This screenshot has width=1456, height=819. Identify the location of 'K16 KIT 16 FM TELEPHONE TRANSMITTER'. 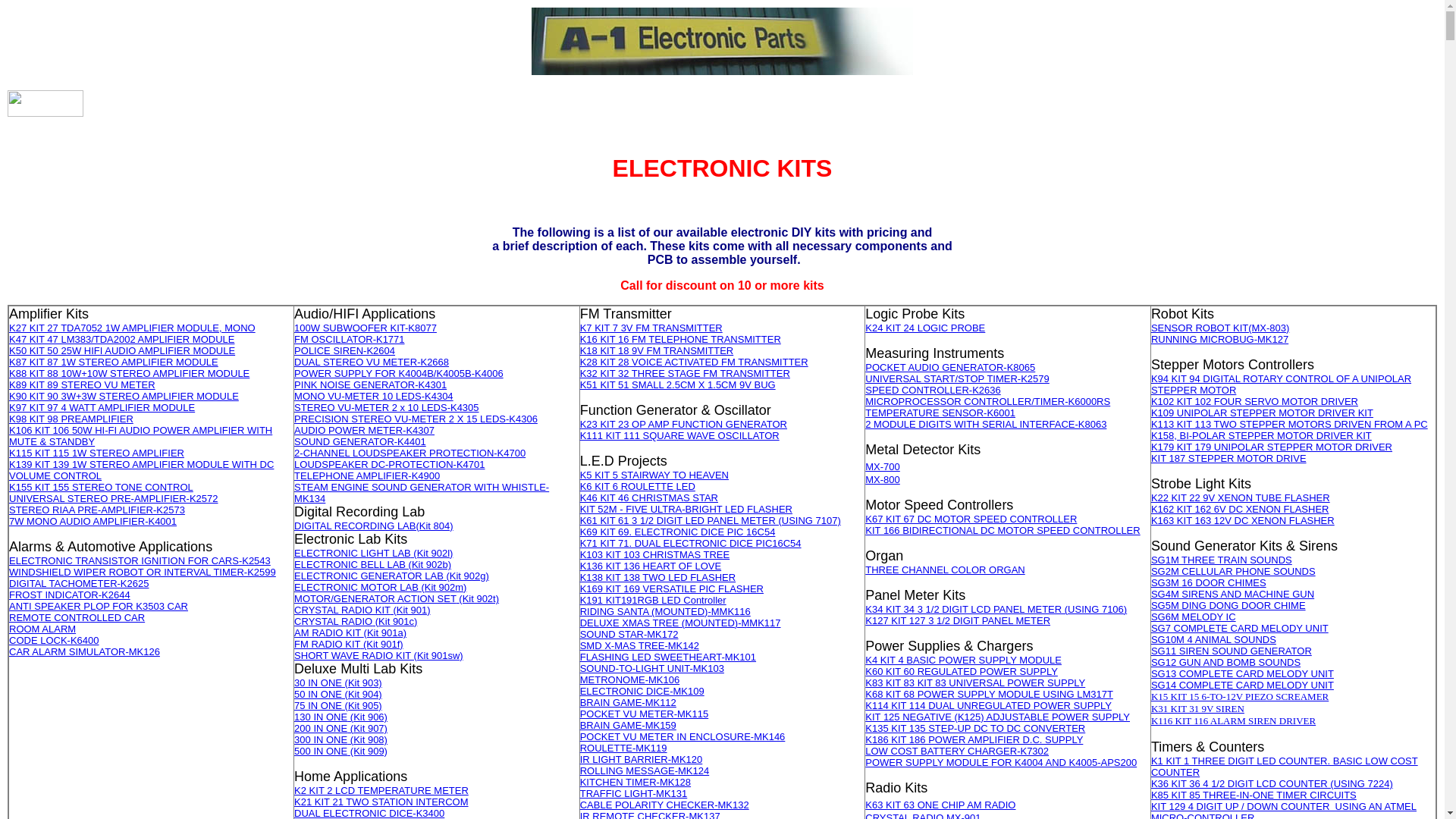
(679, 338).